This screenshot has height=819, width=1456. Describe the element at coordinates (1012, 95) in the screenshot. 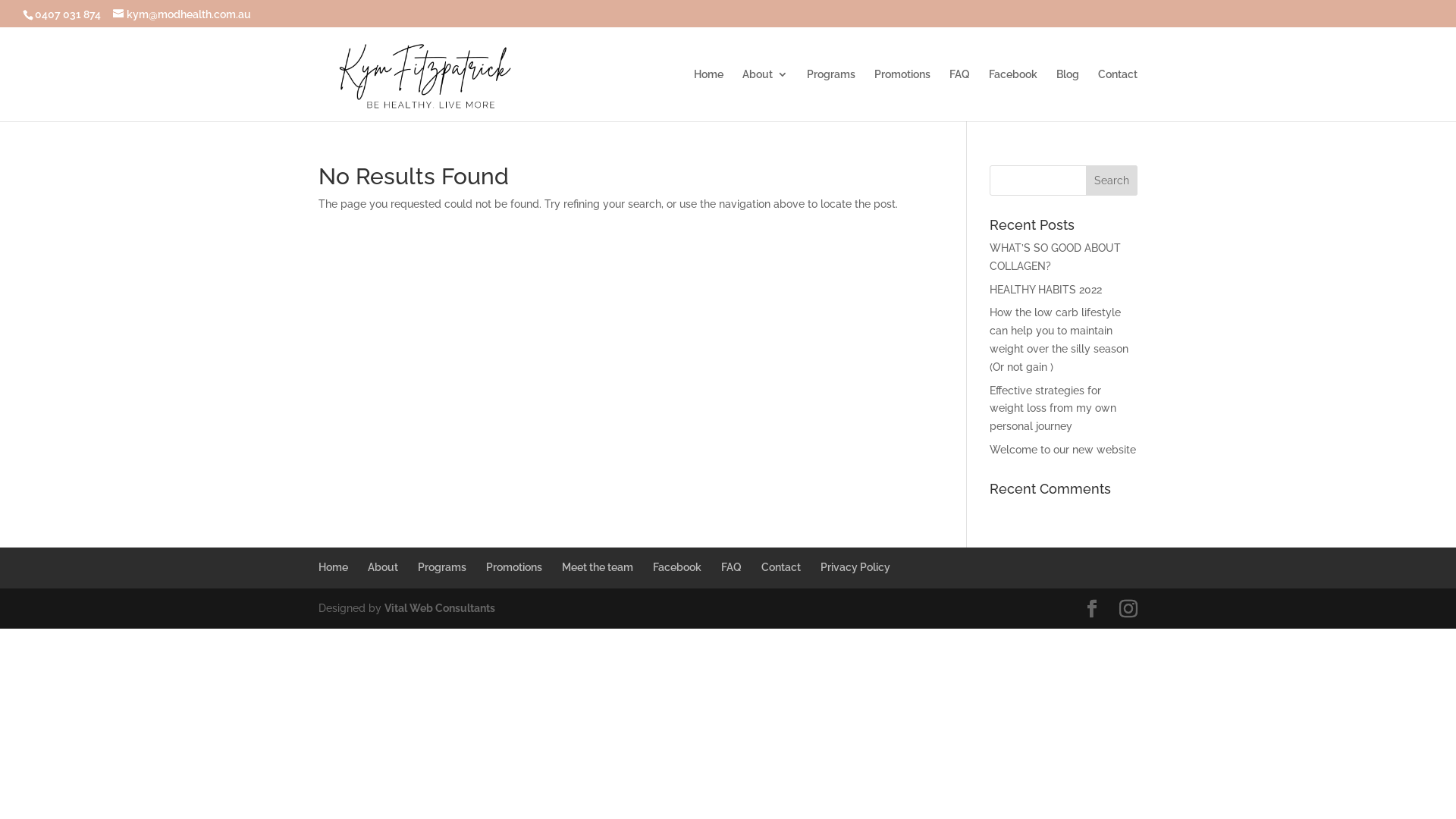

I see `'Facebook'` at that location.